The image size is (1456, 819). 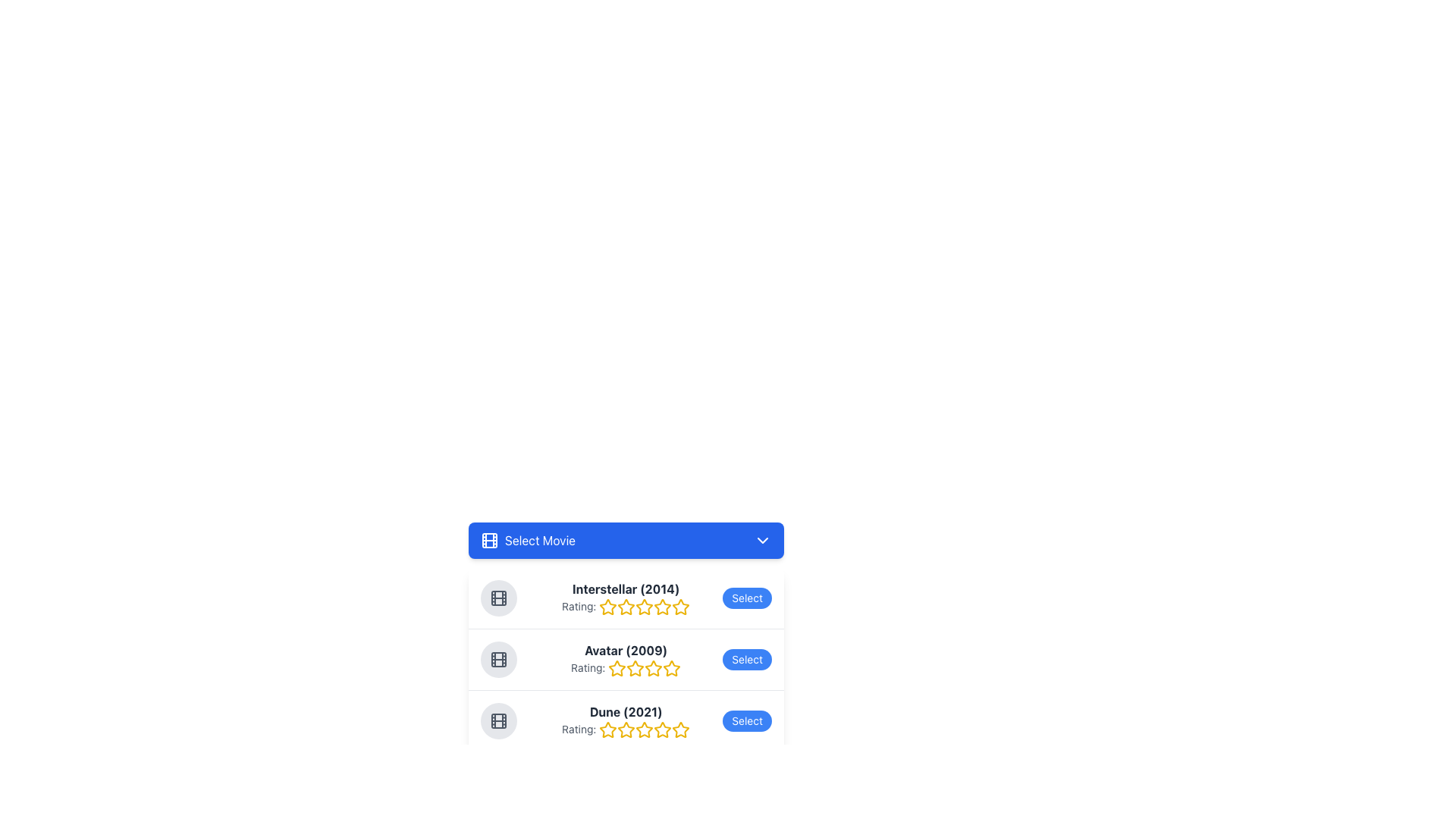 I want to click on the first star icon representing the rating for the movie 'Interstellar (2014)' located in the first row of the movie list, so click(x=608, y=607).